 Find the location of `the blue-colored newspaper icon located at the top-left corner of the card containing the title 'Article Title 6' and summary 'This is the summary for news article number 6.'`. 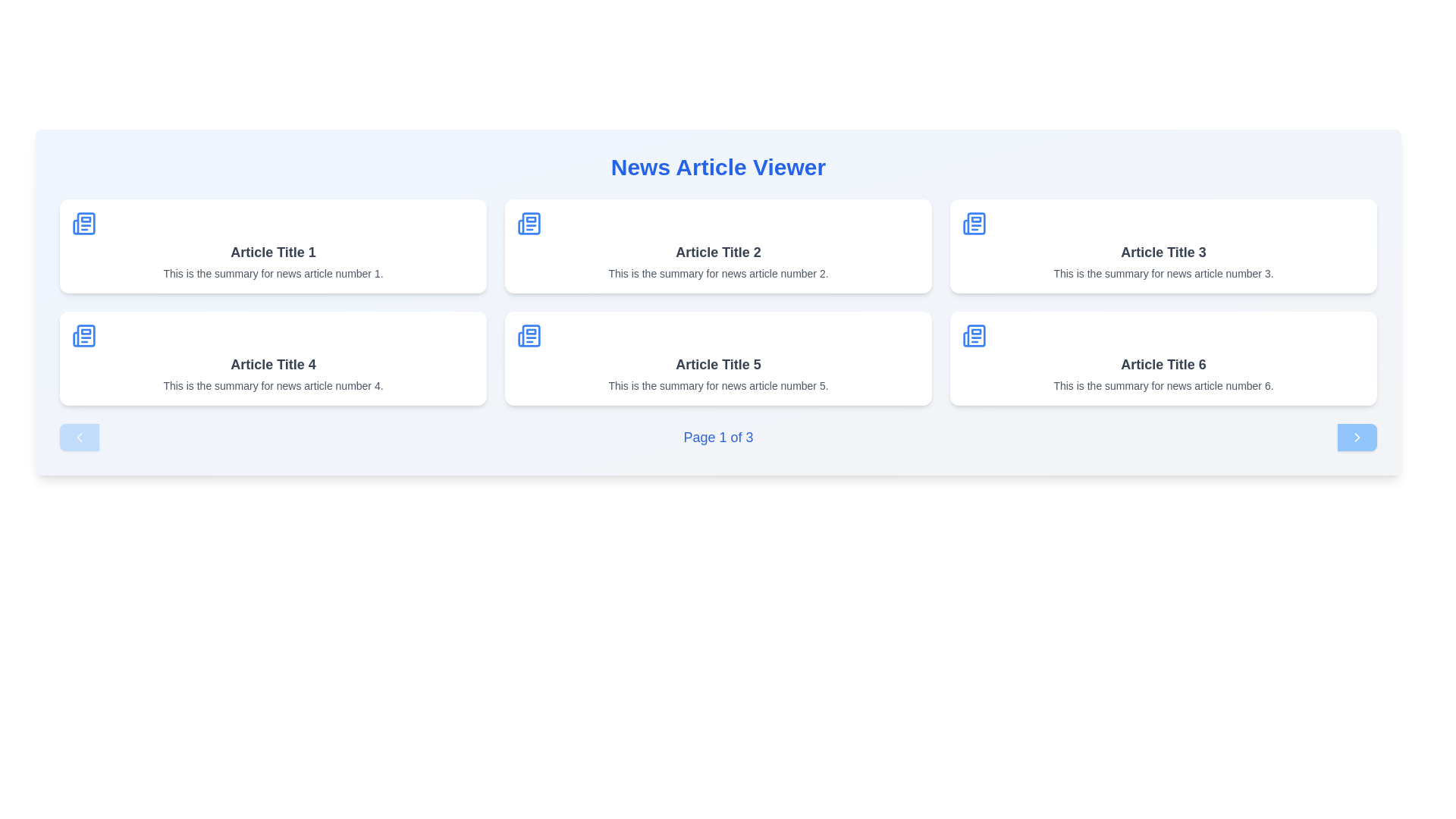

the blue-colored newspaper icon located at the top-left corner of the card containing the title 'Article Title 6' and summary 'This is the summary for news article number 6.' is located at coordinates (974, 335).